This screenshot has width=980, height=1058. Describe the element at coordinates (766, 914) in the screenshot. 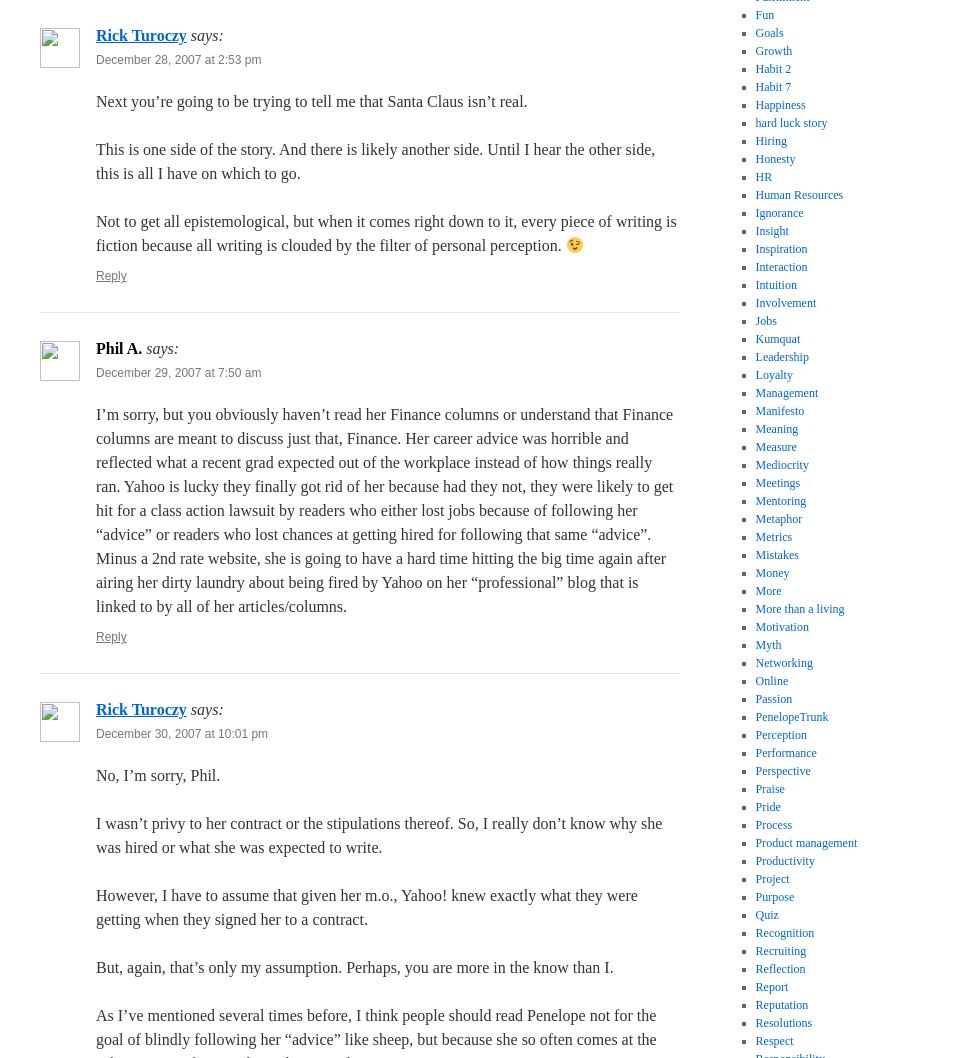

I see `'Quiz'` at that location.